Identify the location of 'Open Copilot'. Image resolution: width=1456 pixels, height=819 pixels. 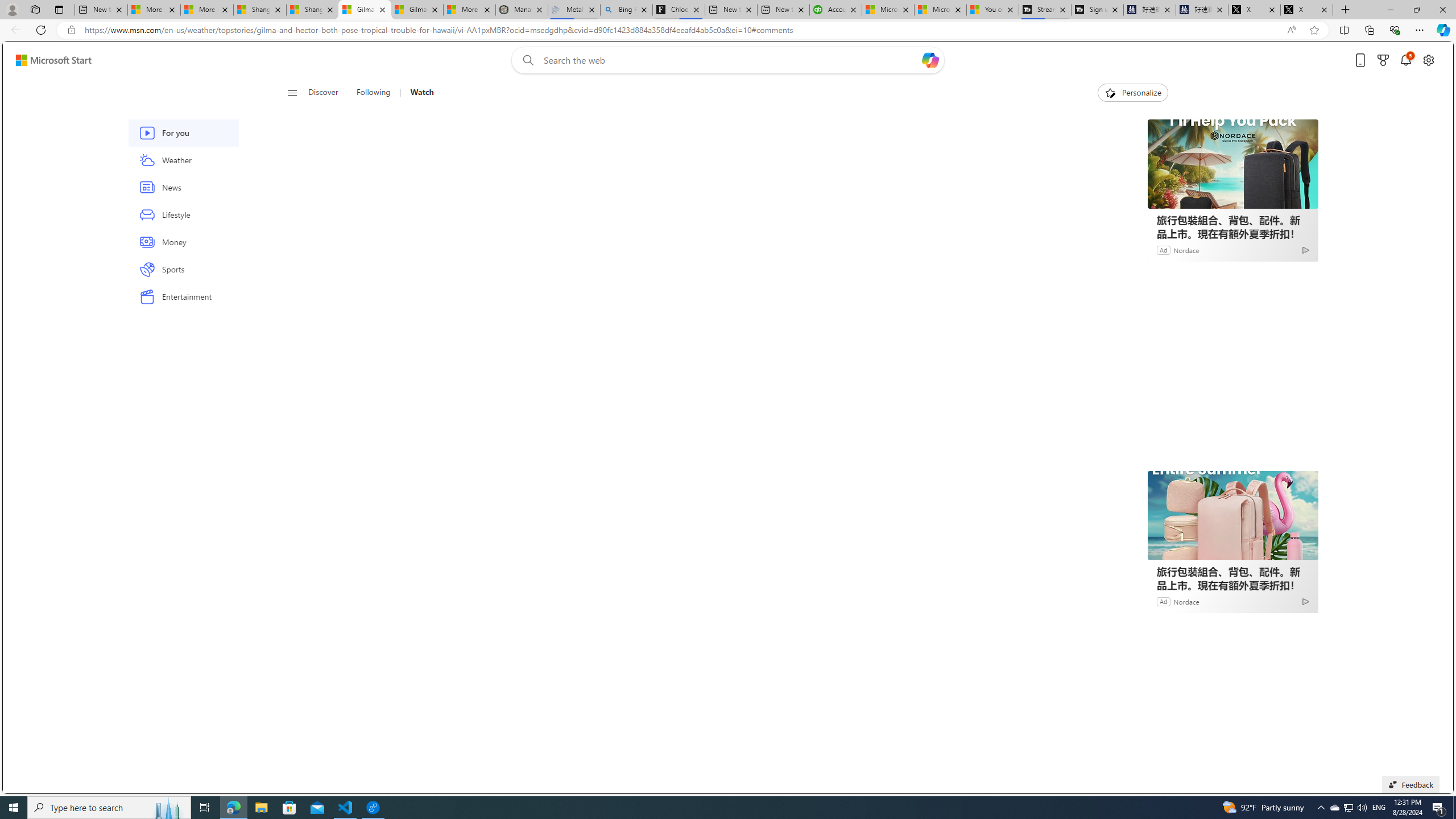
(929, 59).